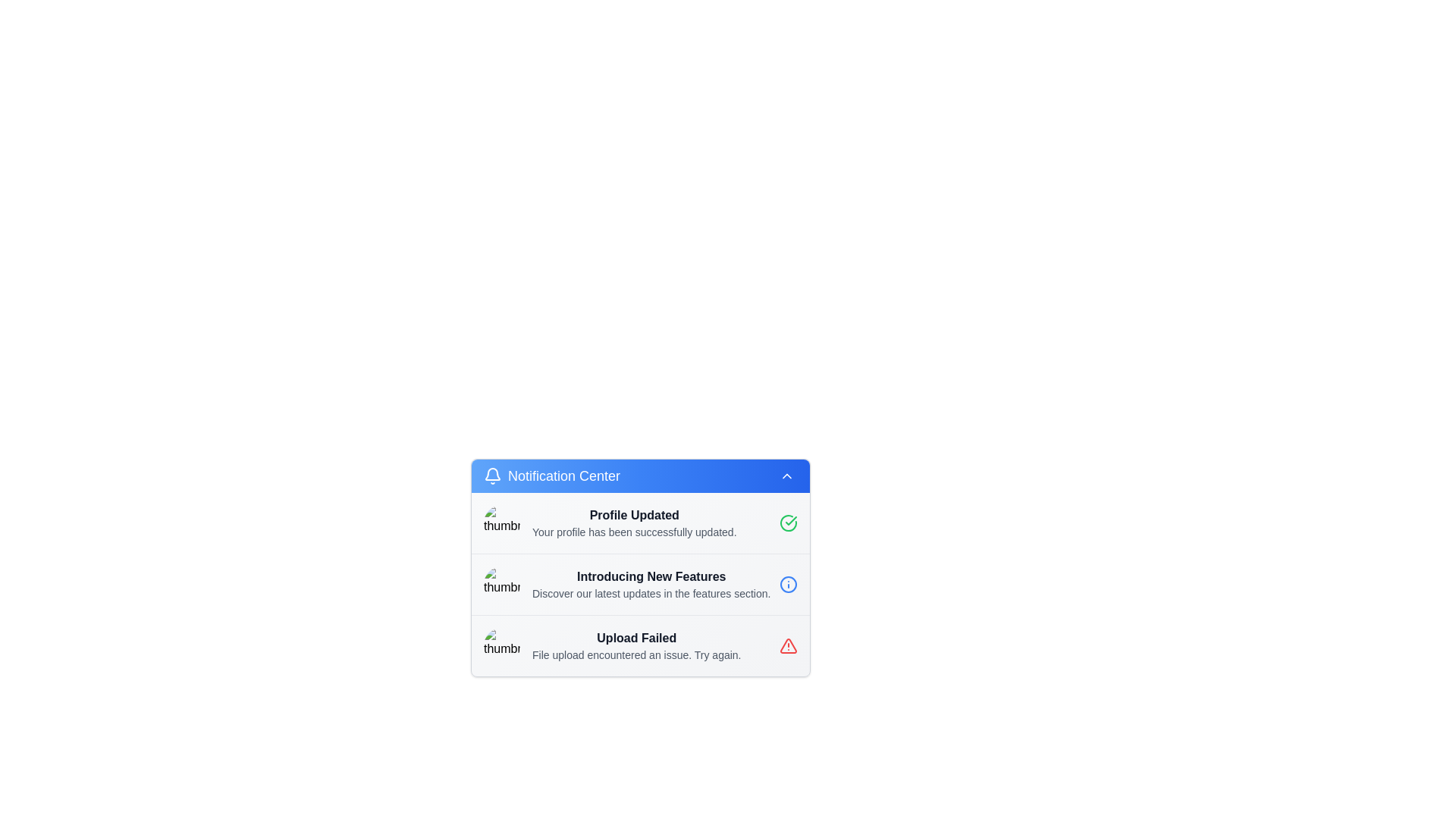 Image resolution: width=1456 pixels, height=819 pixels. I want to click on the circular-thumbnail image in the Notification Center pop-up, which represents the 'Upload Failed' notification, located to the left of the text, so click(502, 646).